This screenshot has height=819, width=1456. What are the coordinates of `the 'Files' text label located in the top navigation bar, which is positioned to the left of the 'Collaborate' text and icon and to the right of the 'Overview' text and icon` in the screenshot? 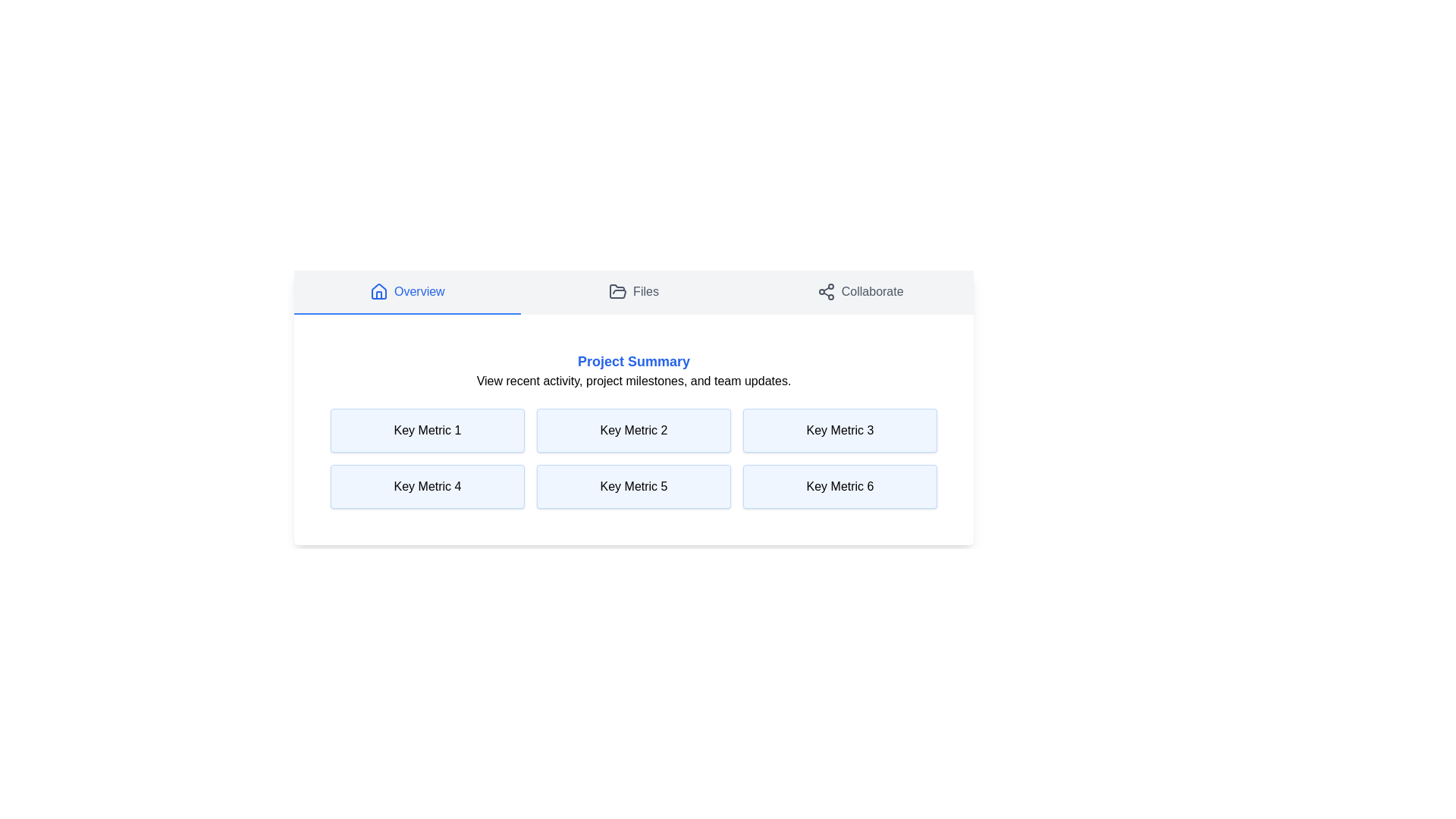 It's located at (645, 292).